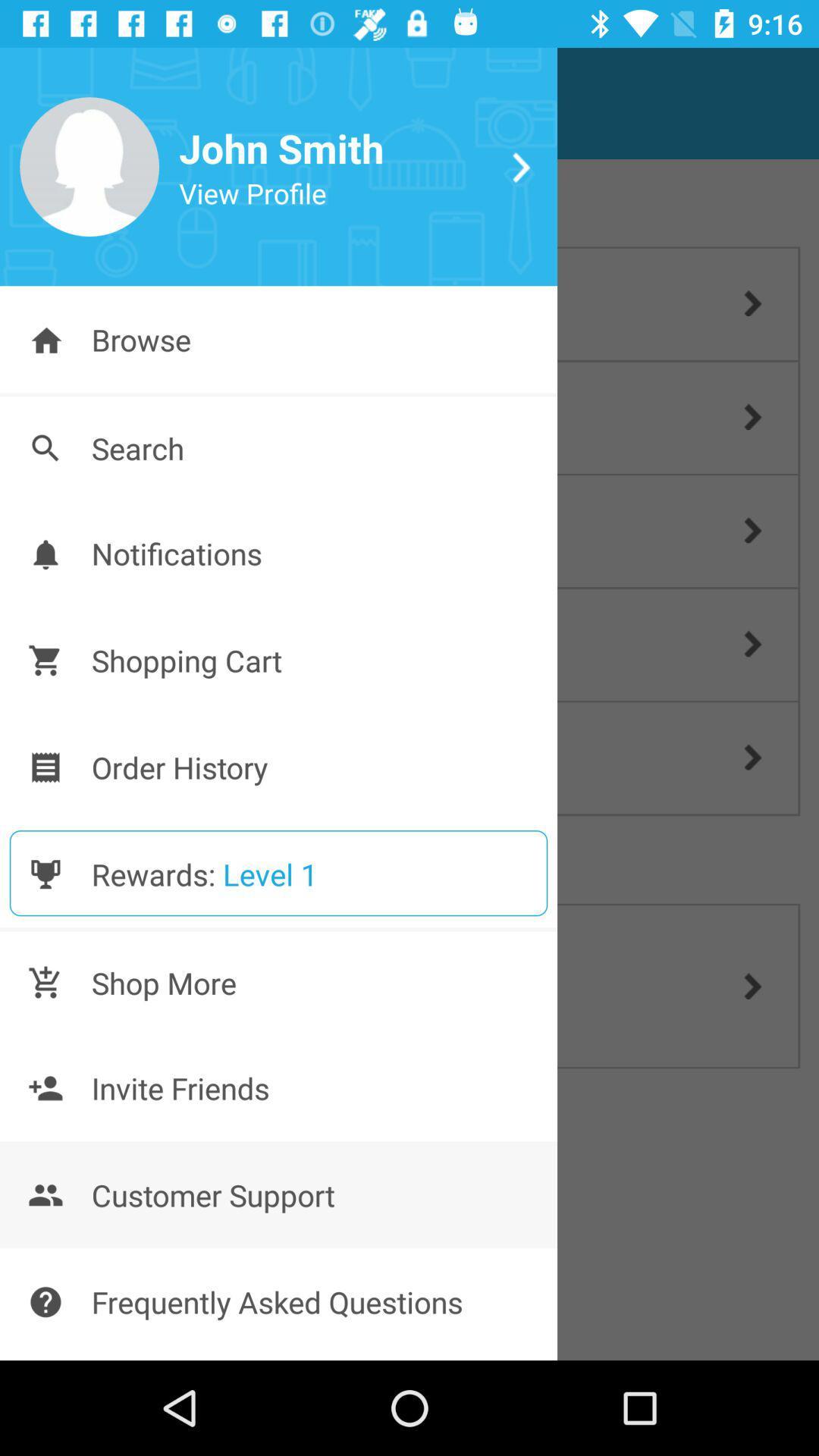  What do you see at coordinates (45, 874) in the screenshot?
I see `the trophy icon which is on the left side of rewards level 1` at bounding box center [45, 874].